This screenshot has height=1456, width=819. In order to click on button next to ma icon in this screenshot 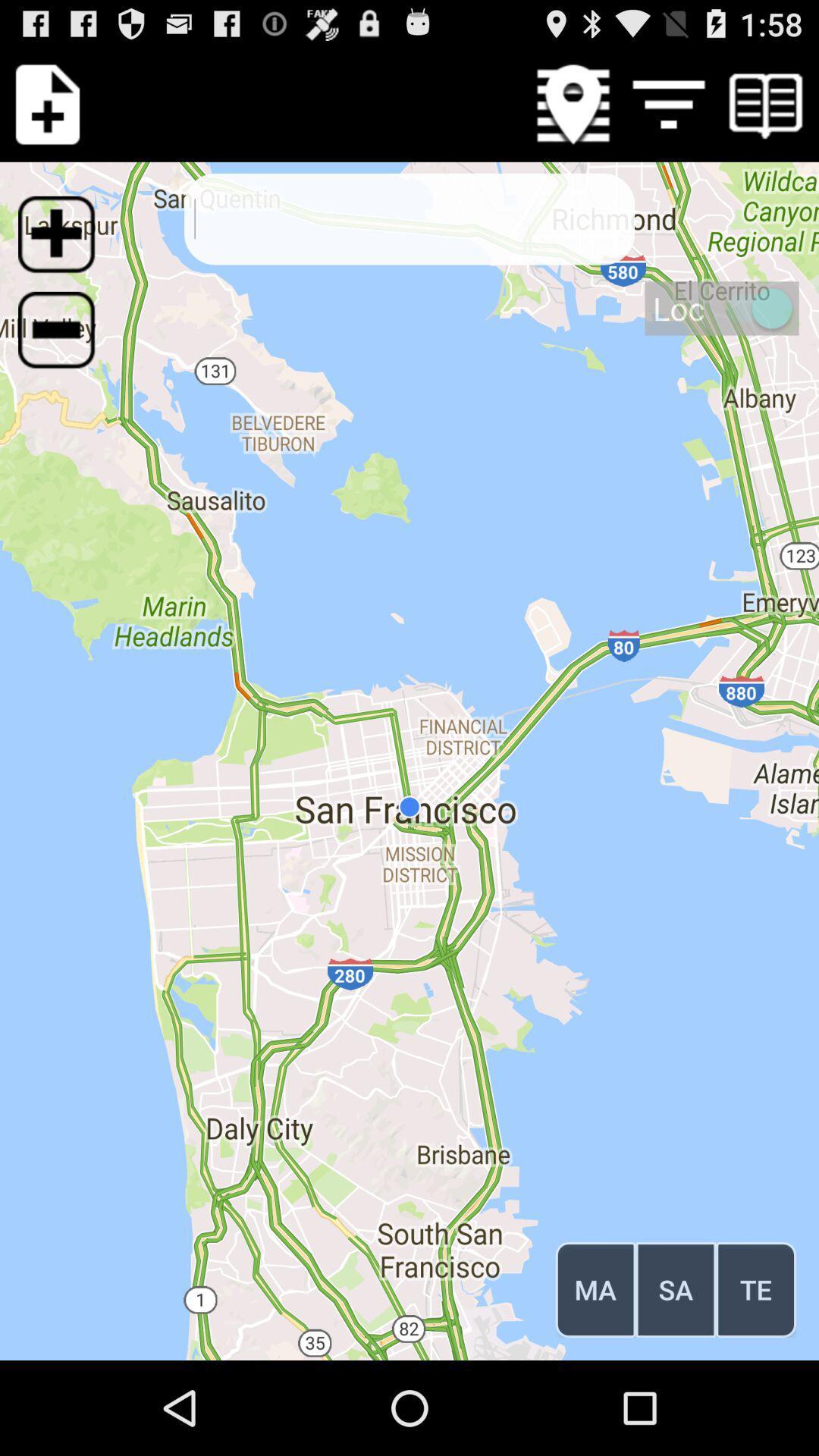, I will do `click(675, 1288)`.